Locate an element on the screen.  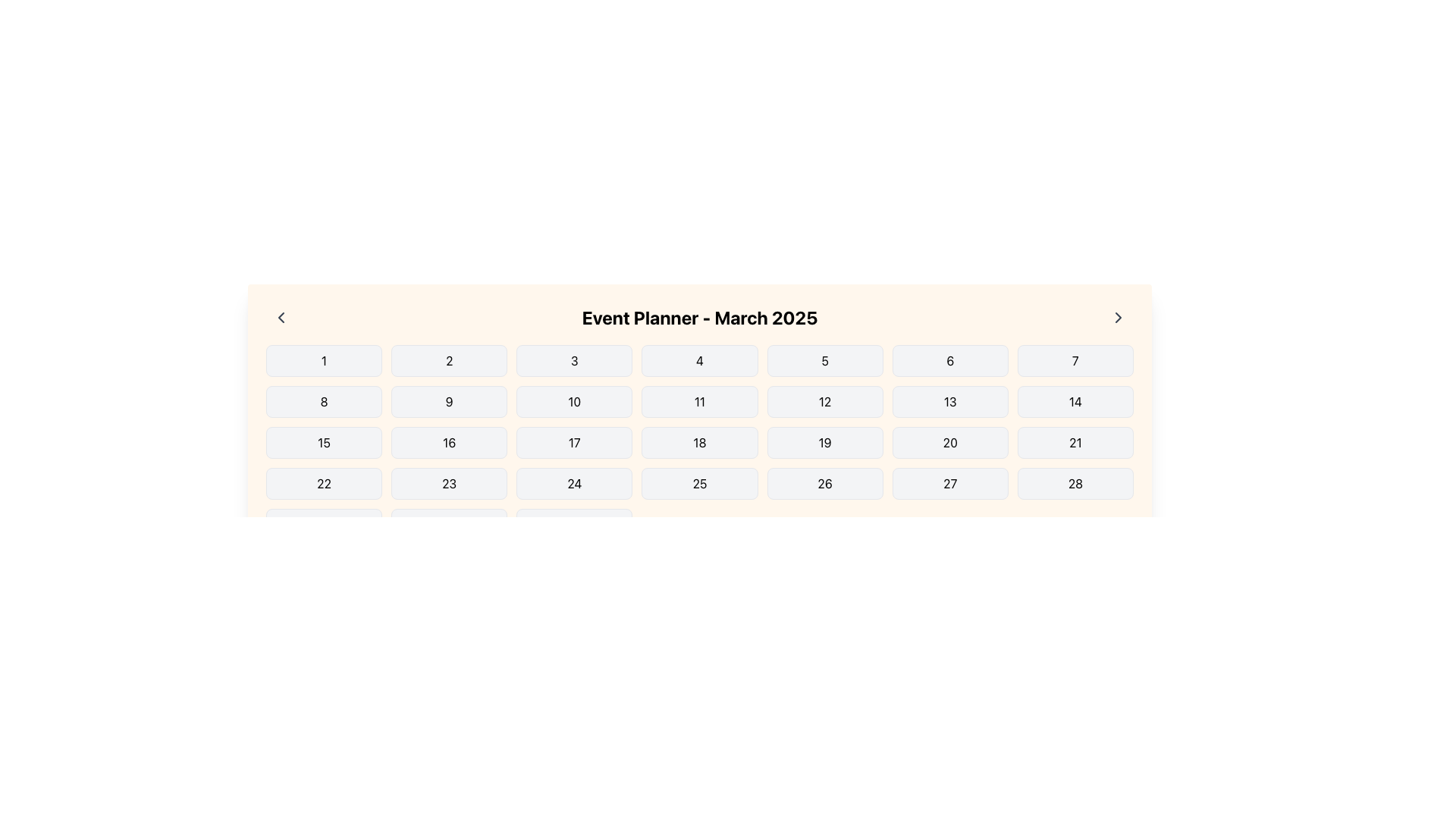
the button representing the 22nd day of the month in the calendar grid is located at coordinates (323, 483).